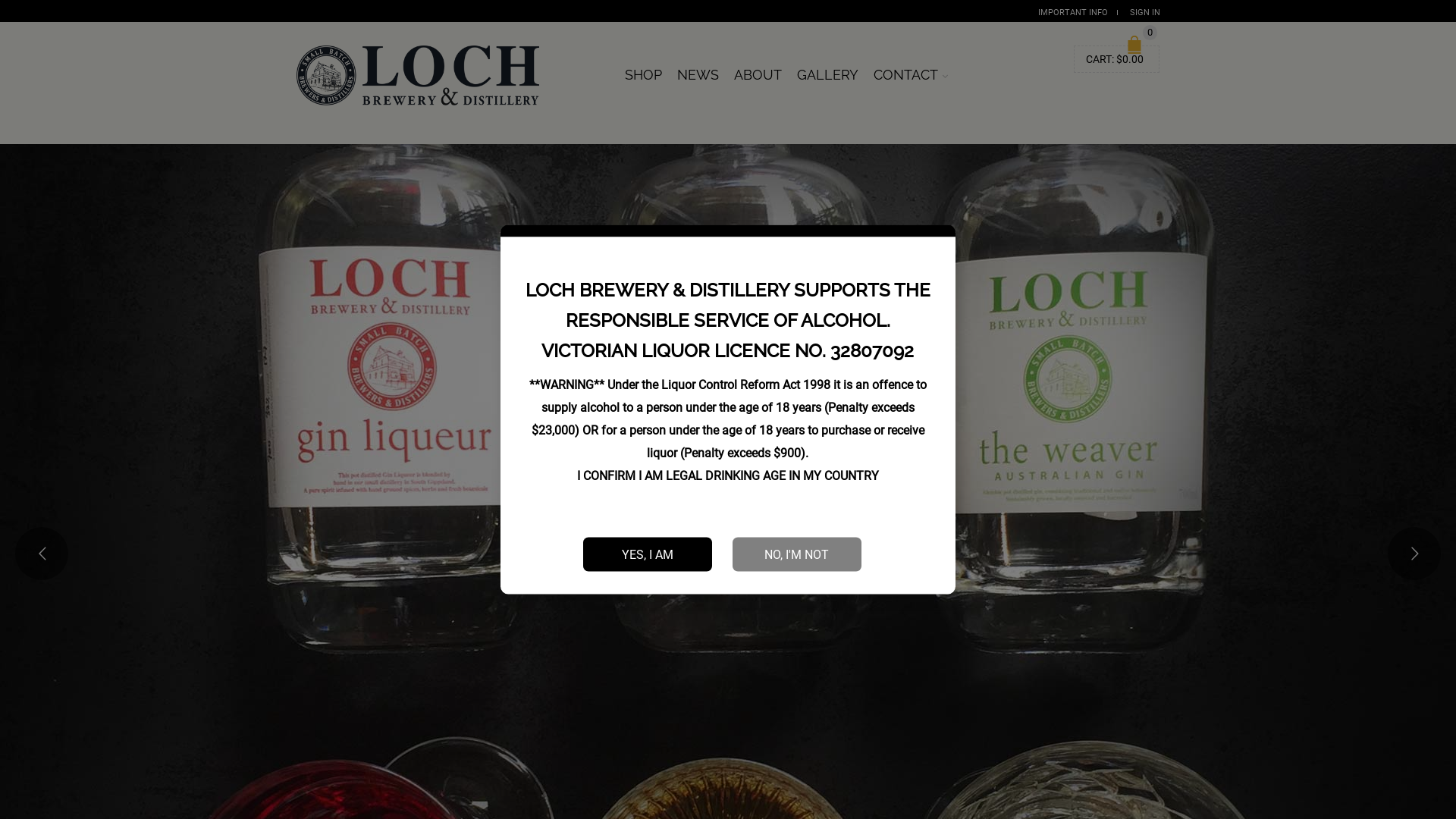 The height and width of the screenshot is (819, 1456). Describe the element at coordinates (697, 75) in the screenshot. I see `'NEWS'` at that location.